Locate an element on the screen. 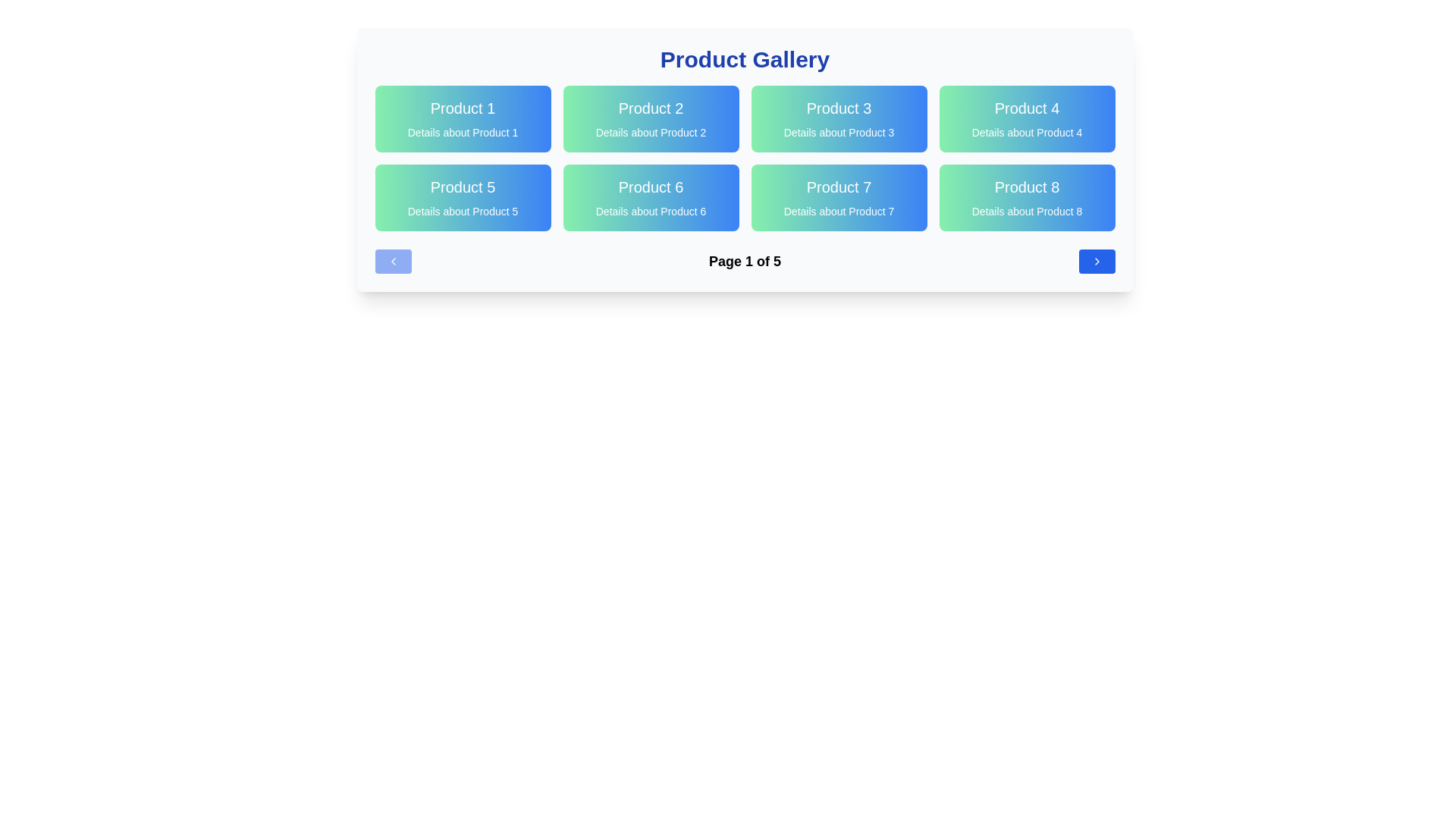 Image resolution: width=1456 pixels, height=819 pixels. the 'Product 8' card, which is the last element in the grid with a gradient background and text indicating 'Product 8' is located at coordinates (1027, 197).